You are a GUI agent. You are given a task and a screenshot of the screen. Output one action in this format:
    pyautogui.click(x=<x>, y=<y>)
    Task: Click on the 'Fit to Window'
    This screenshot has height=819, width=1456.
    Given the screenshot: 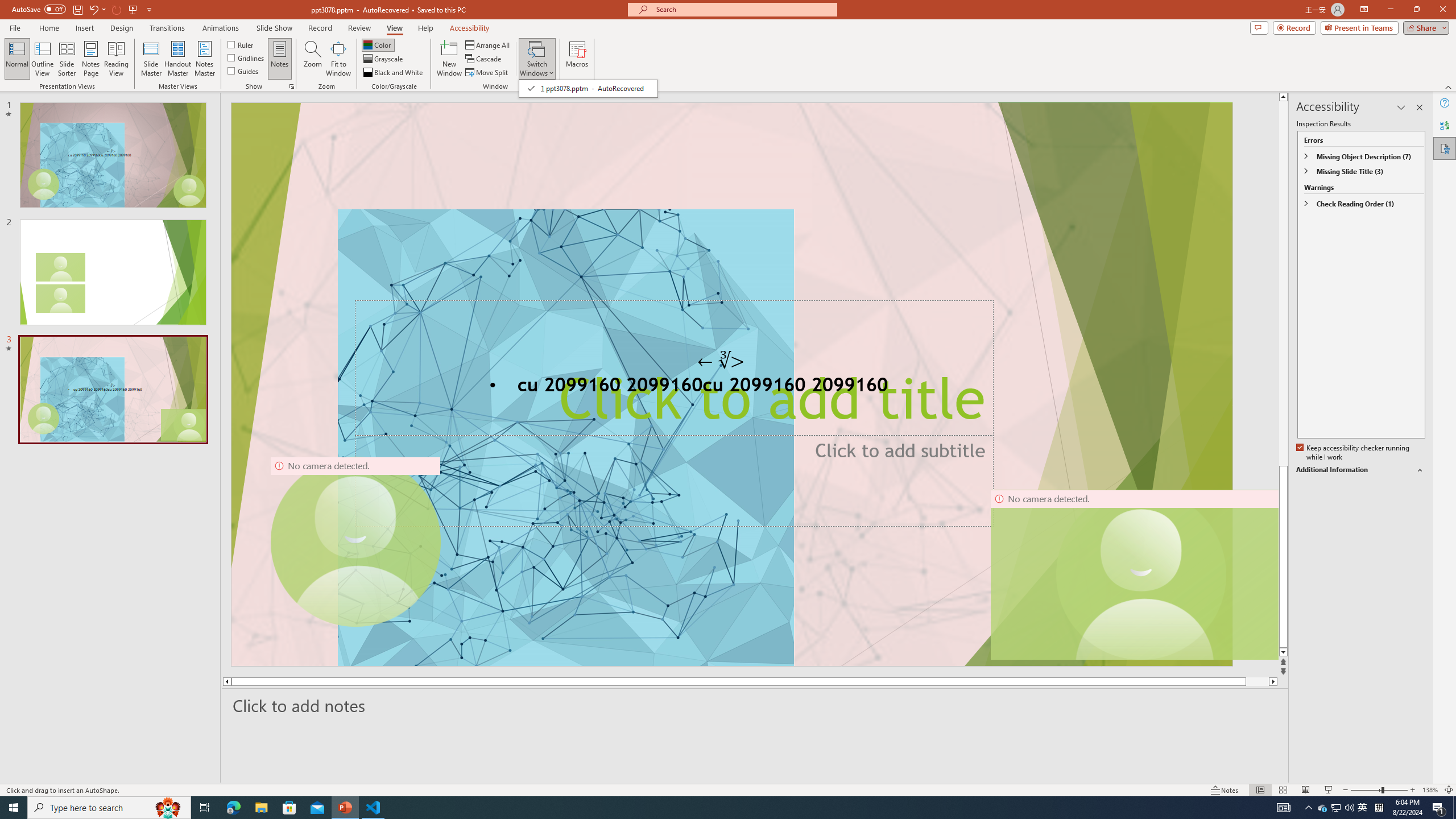 What is the action you would take?
    pyautogui.click(x=338, y=59)
    